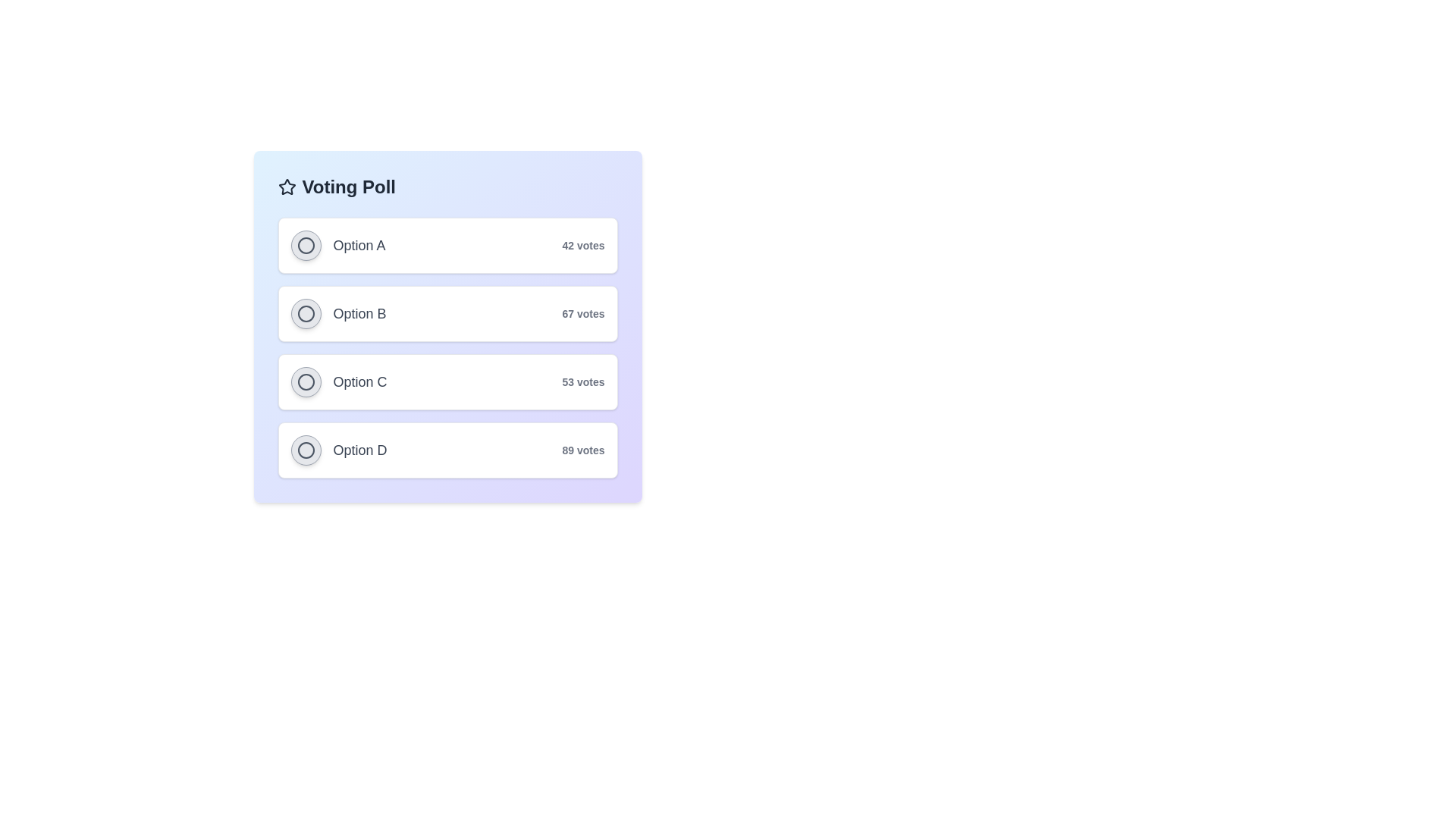  Describe the element at coordinates (305, 450) in the screenshot. I see `the radio button indicator for the voting option located to the left of 'Option D' in the fourth row of the voting options list` at that location.